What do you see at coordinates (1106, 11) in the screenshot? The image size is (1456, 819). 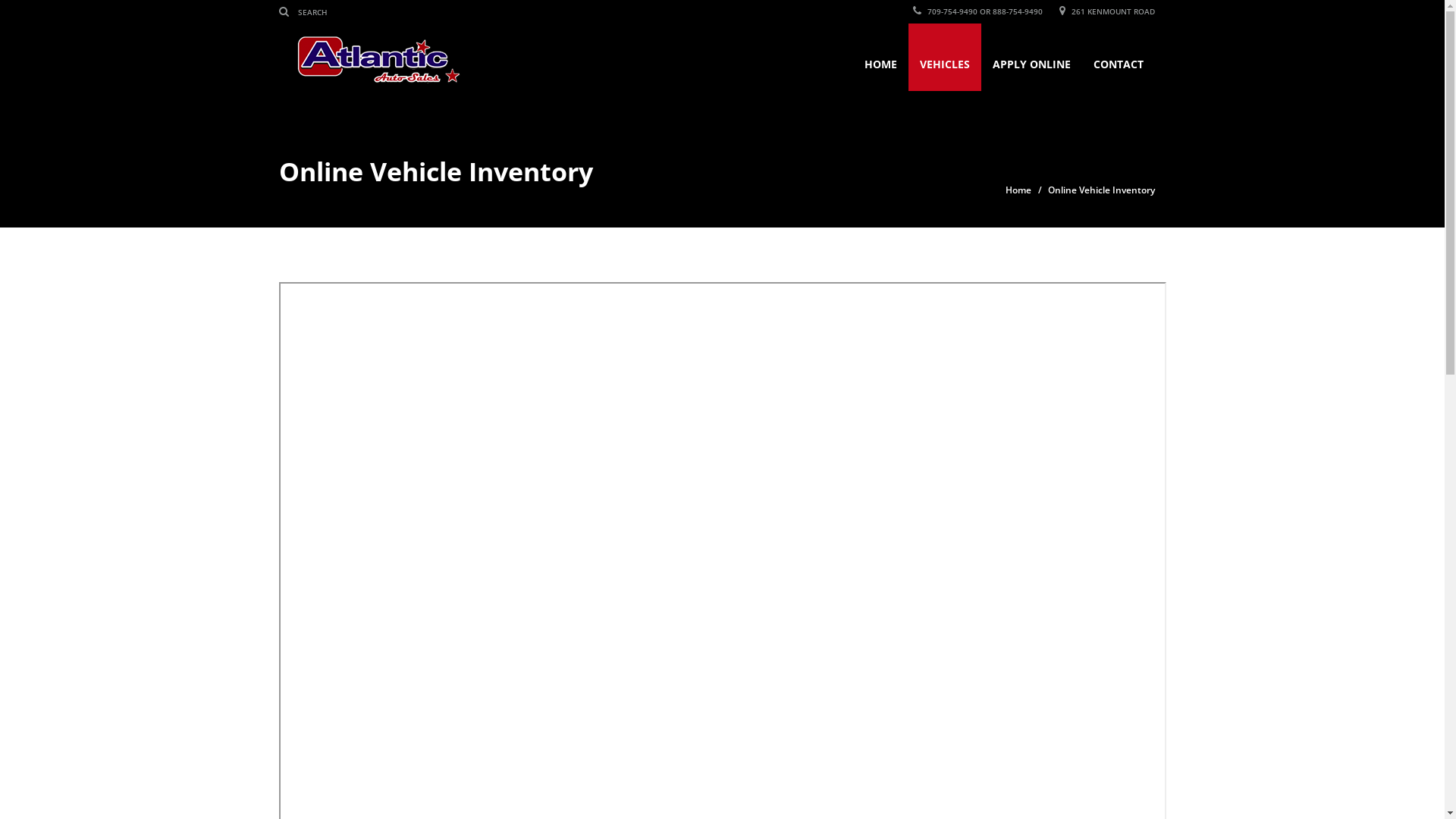 I see `'261 KENMOUNT ROAD'` at bounding box center [1106, 11].